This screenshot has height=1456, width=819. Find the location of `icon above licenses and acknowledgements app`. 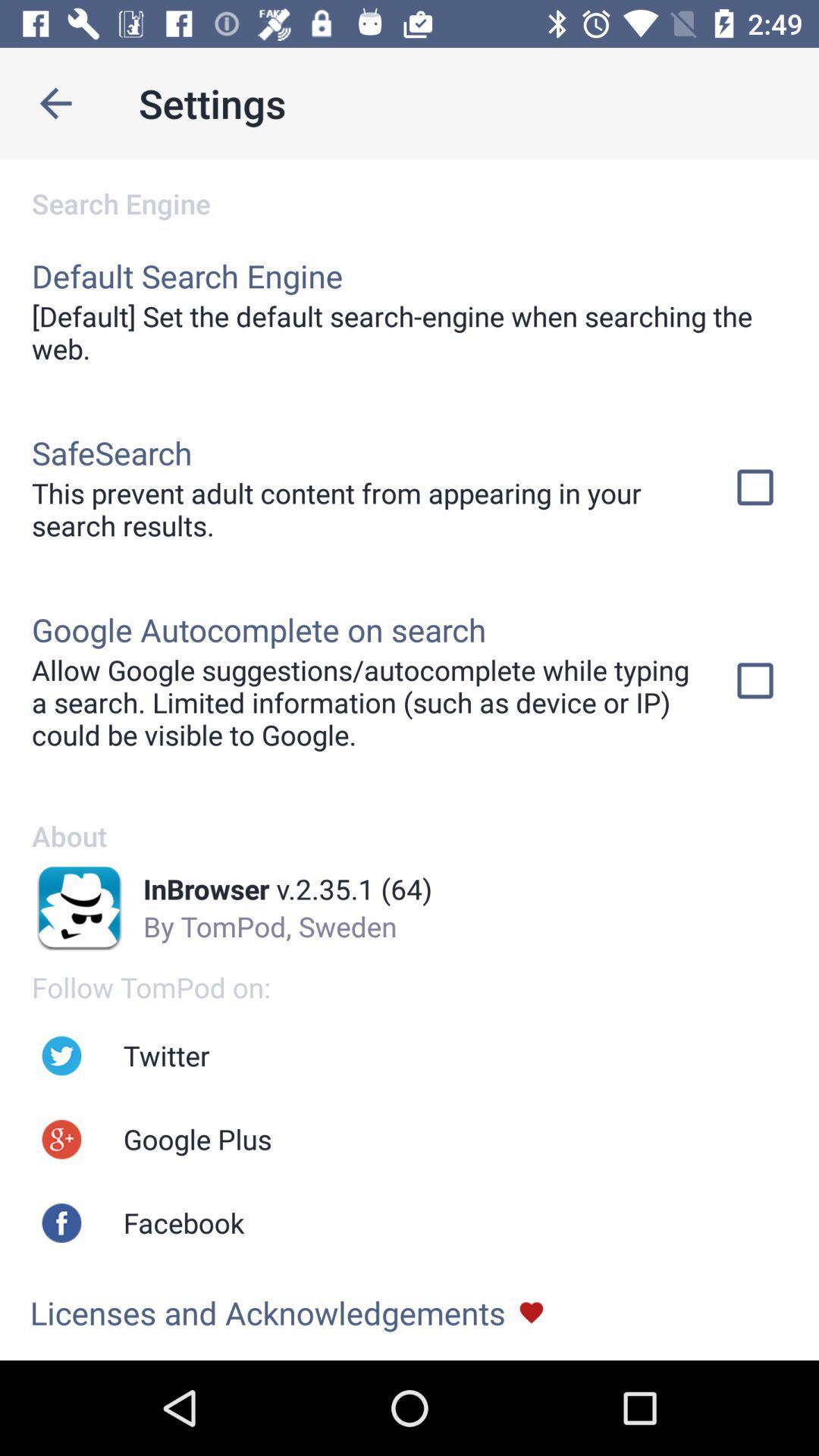

icon above licenses and acknowledgements app is located at coordinates (183, 1222).